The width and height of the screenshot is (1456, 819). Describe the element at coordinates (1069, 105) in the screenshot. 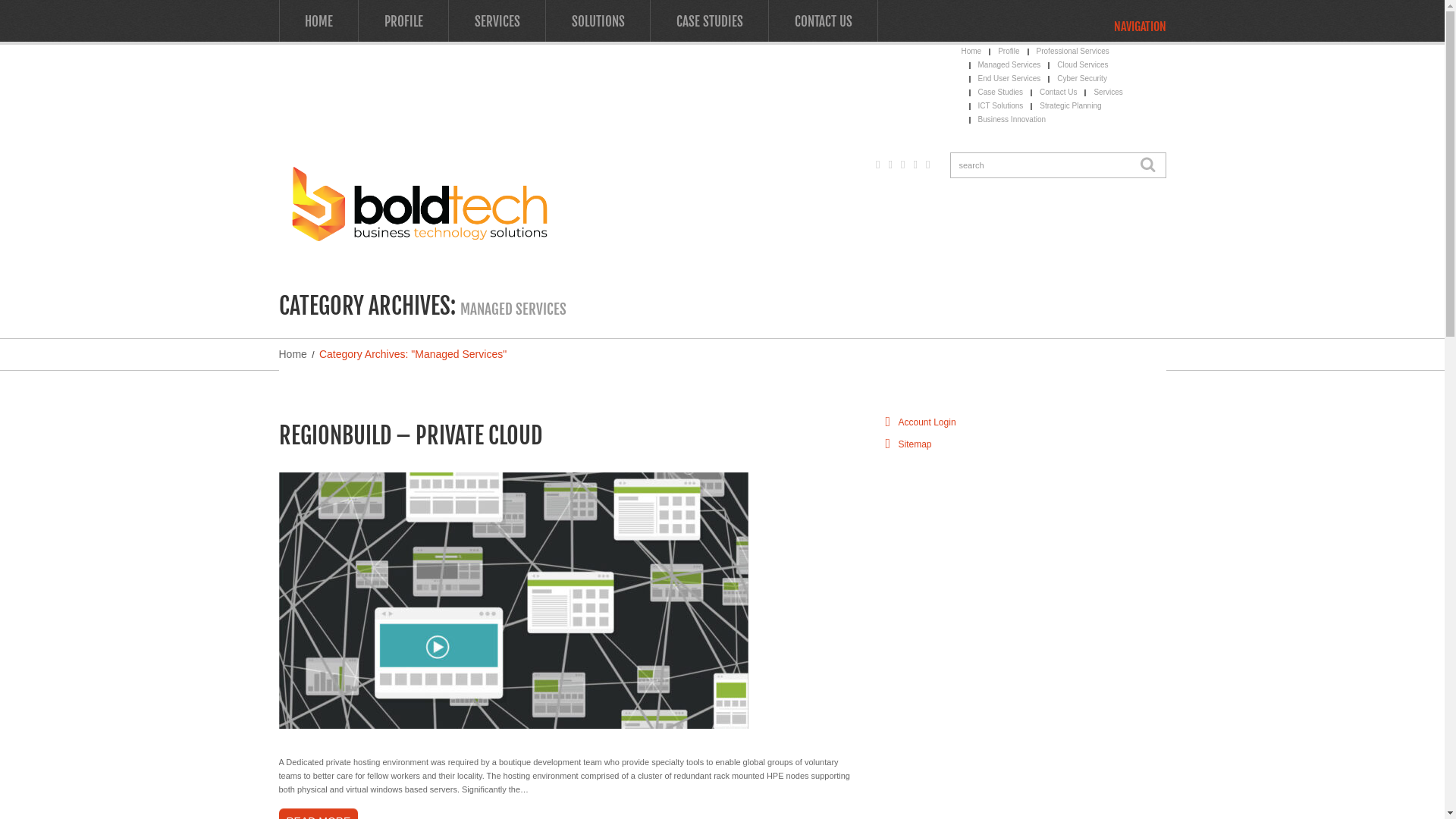

I see `'Strategic Planning'` at that location.